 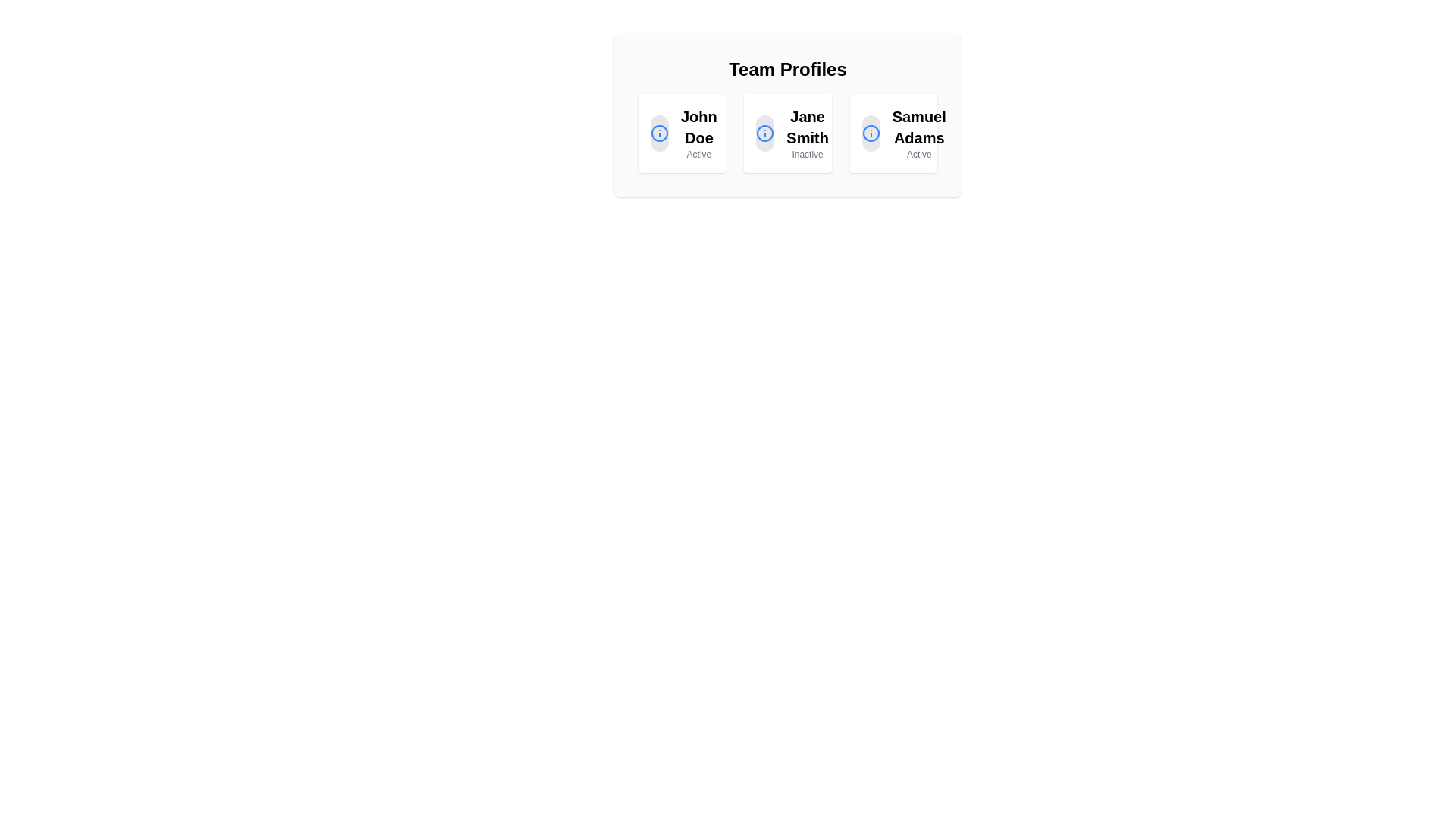 I want to click on the text label displaying 'John Doe Active' located at the top section of the first card in a 3-column layout, so click(x=698, y=127).